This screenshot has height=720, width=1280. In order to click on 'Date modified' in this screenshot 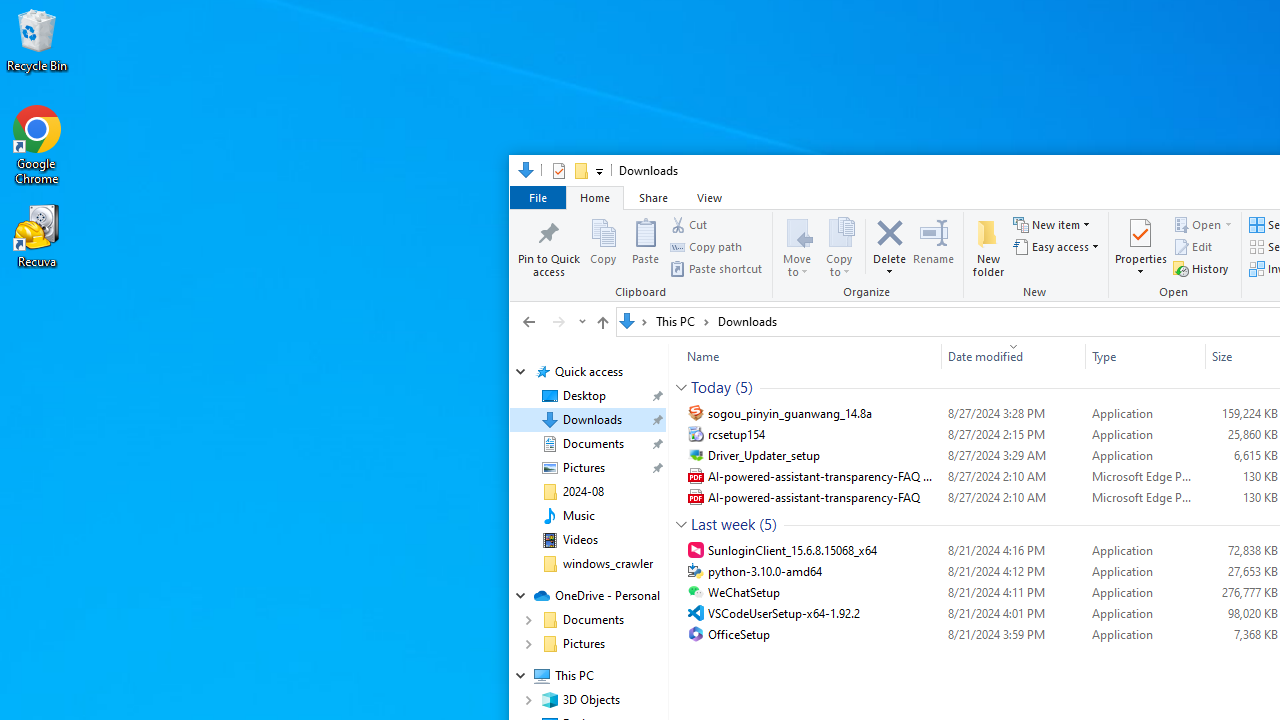, I will do `click(1013, 355)`.